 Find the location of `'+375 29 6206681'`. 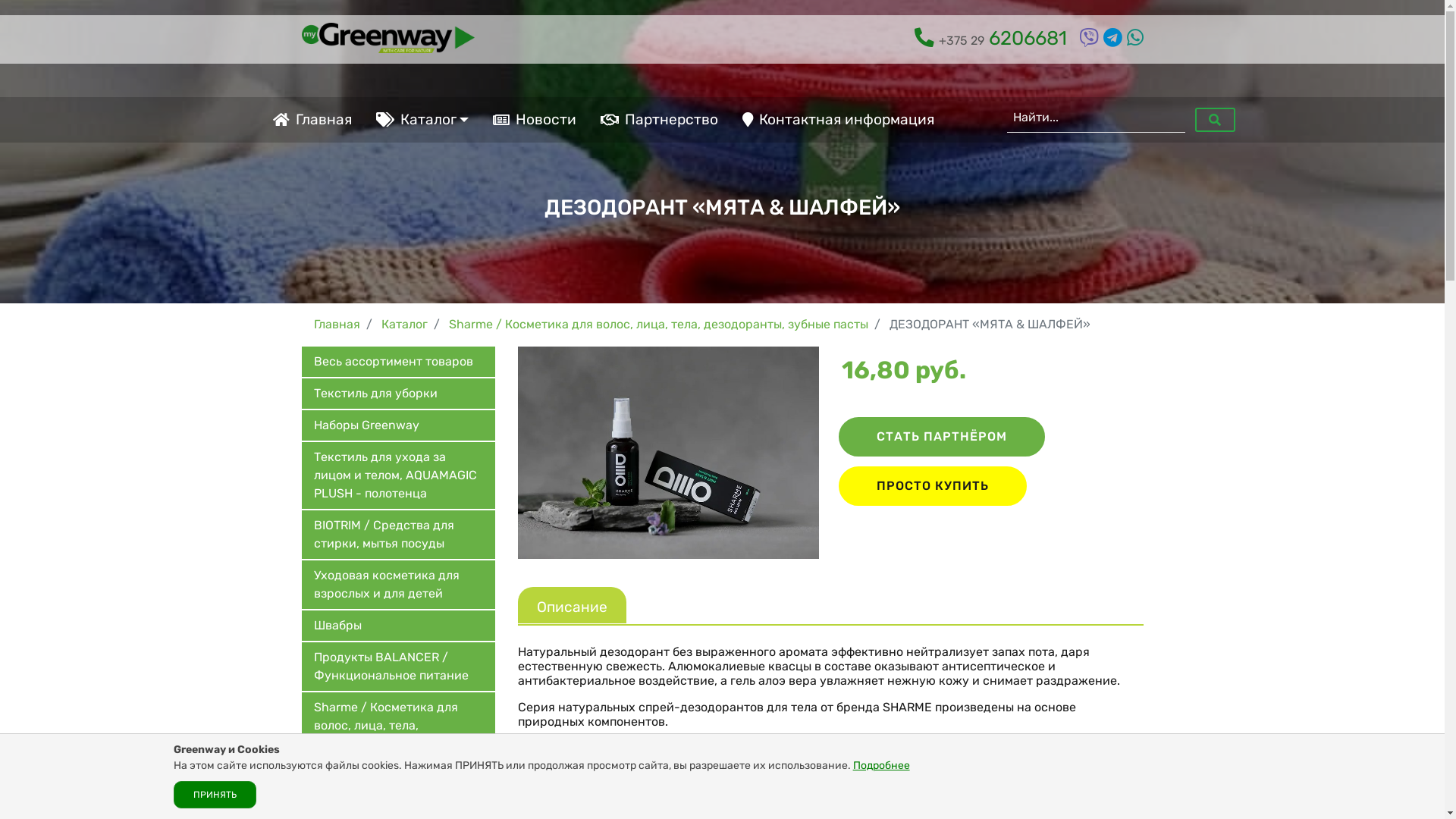

'+375 29 6206681' is located at coordinates (912, 37).